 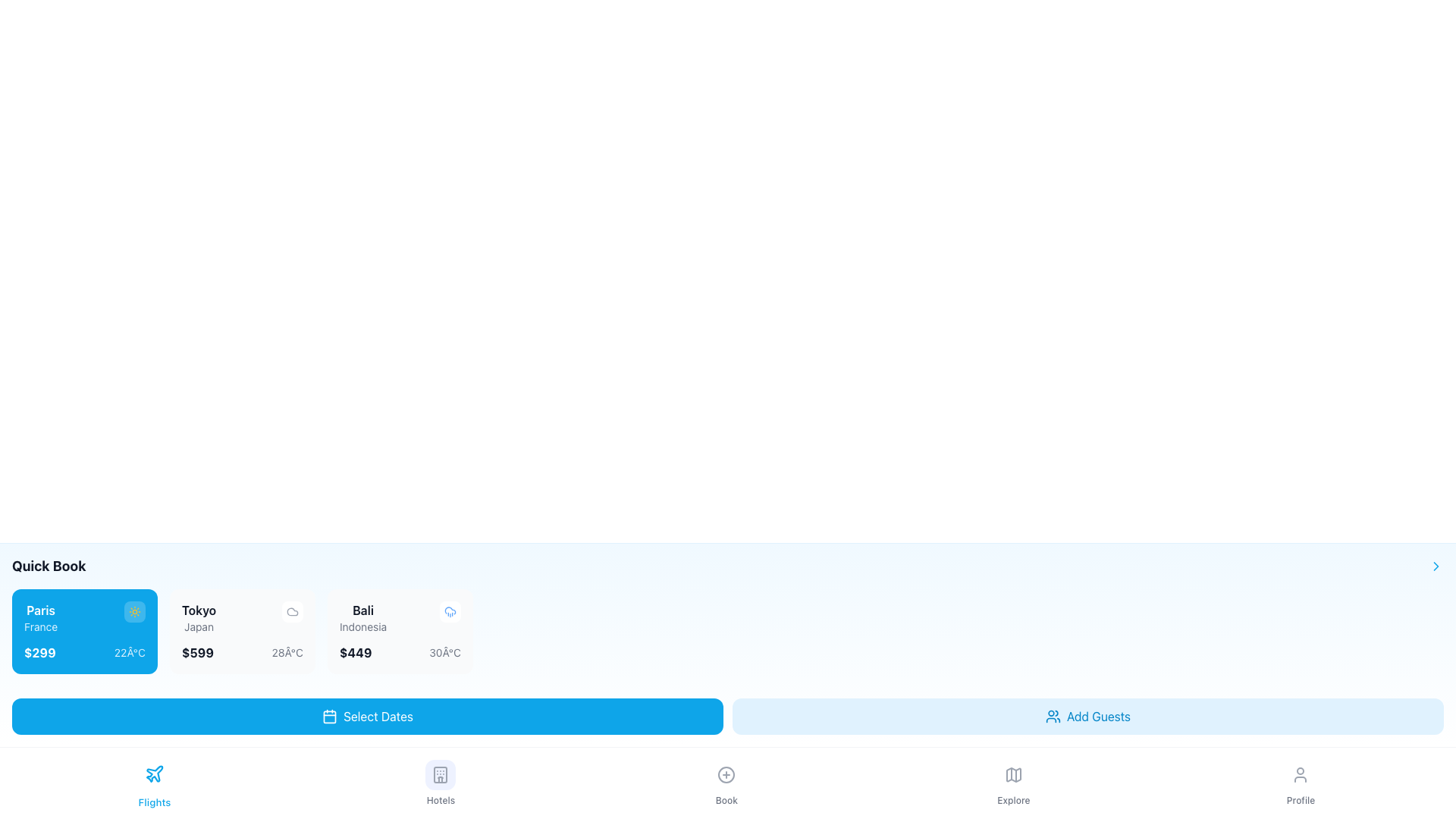 What do you see at coordinates (355, 651) in the screenshot?
I see `the price value displayed in the text label associated with the destination 'Bali', which is located below the 'Indonesia' label and next to the temperature indicator` at bounding box center [355, 651].